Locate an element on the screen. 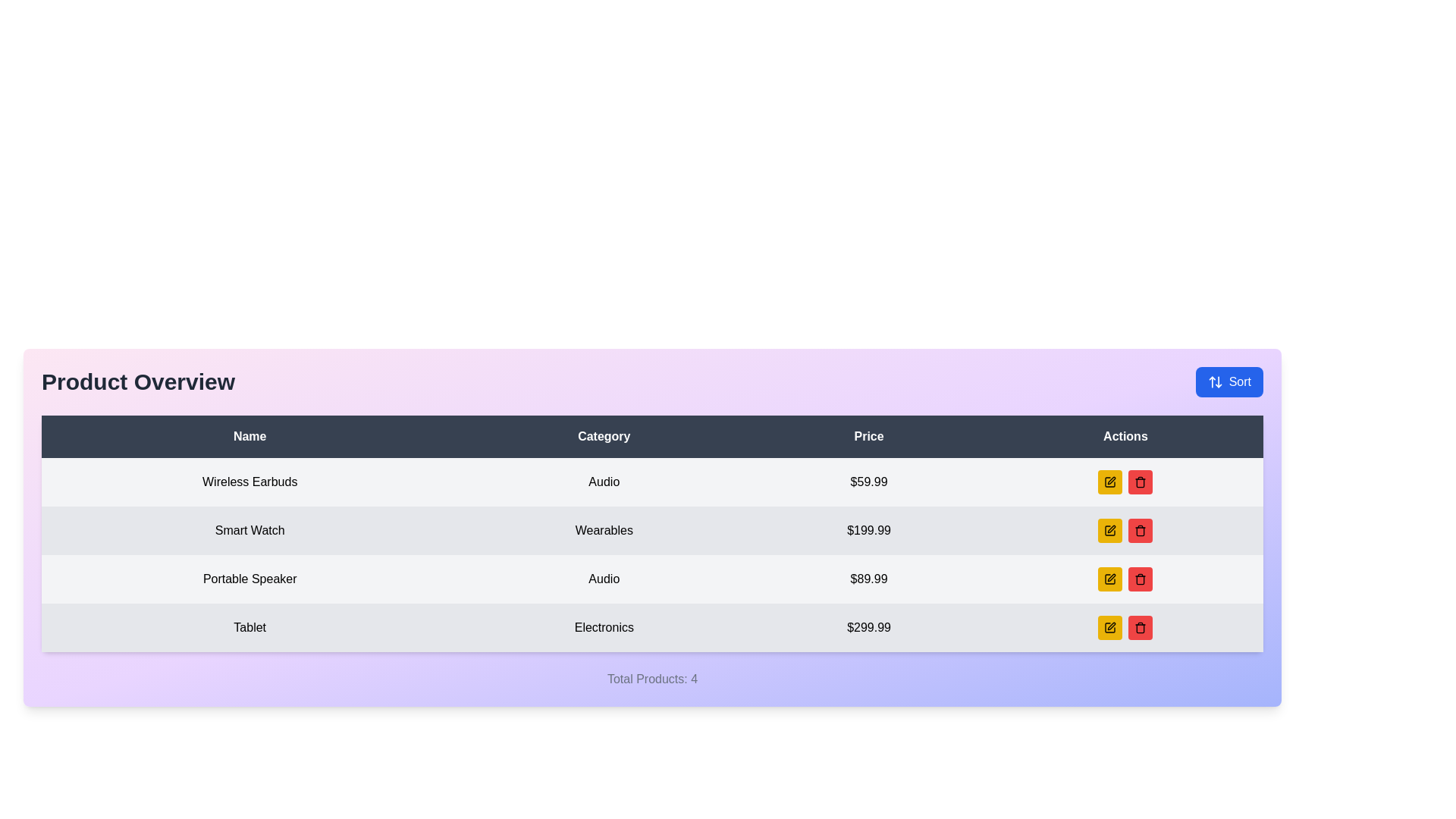 Image resolution: width=1456 pixels, height=819 pixels. the icon button resembling a pen inside a yellow rounded button located in the fourth row under the 'Actions' column is located at coordinates (1110, 628).